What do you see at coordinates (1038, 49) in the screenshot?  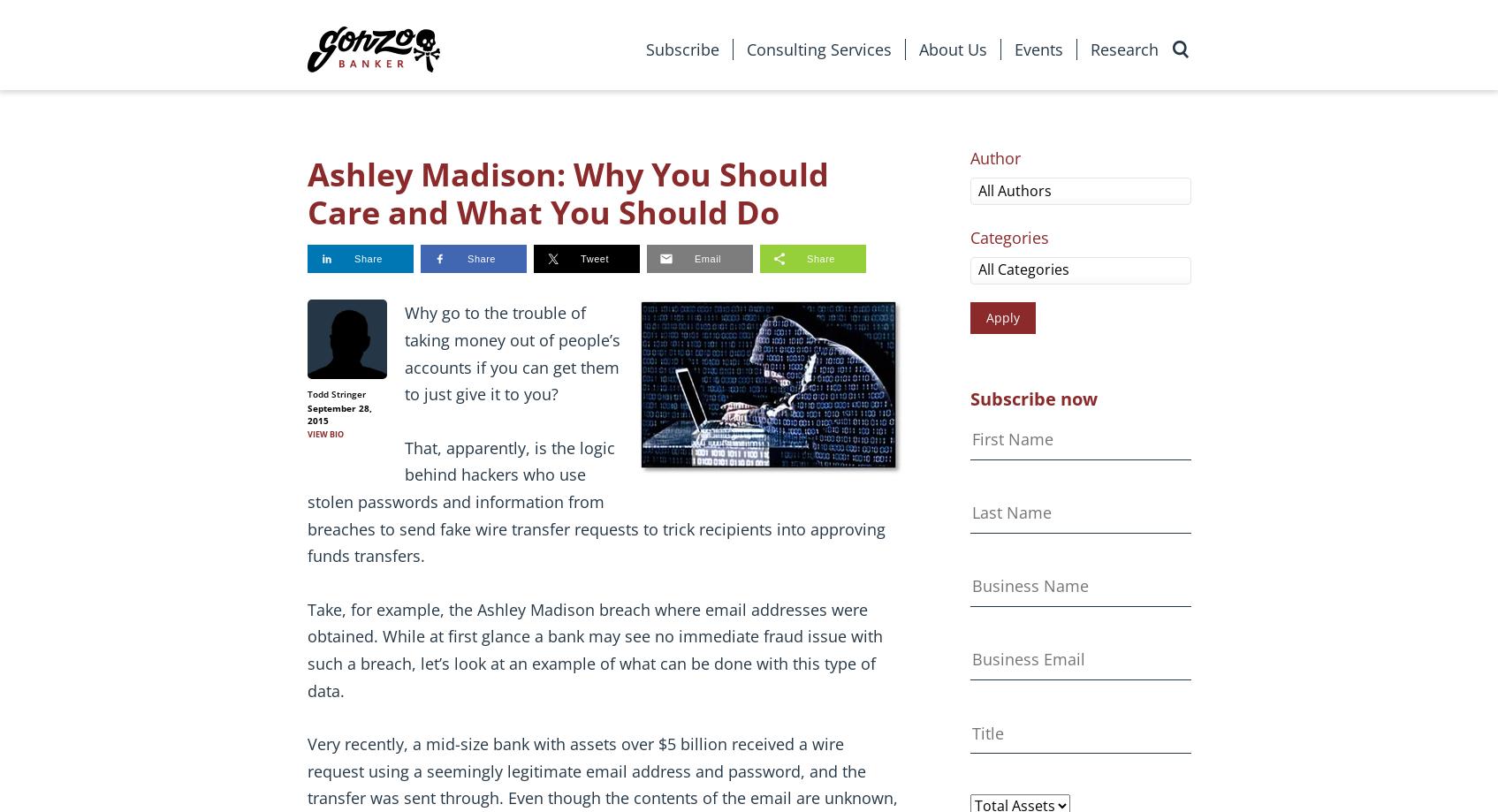 I see `'Events'` at bounding box center [1038, 49].